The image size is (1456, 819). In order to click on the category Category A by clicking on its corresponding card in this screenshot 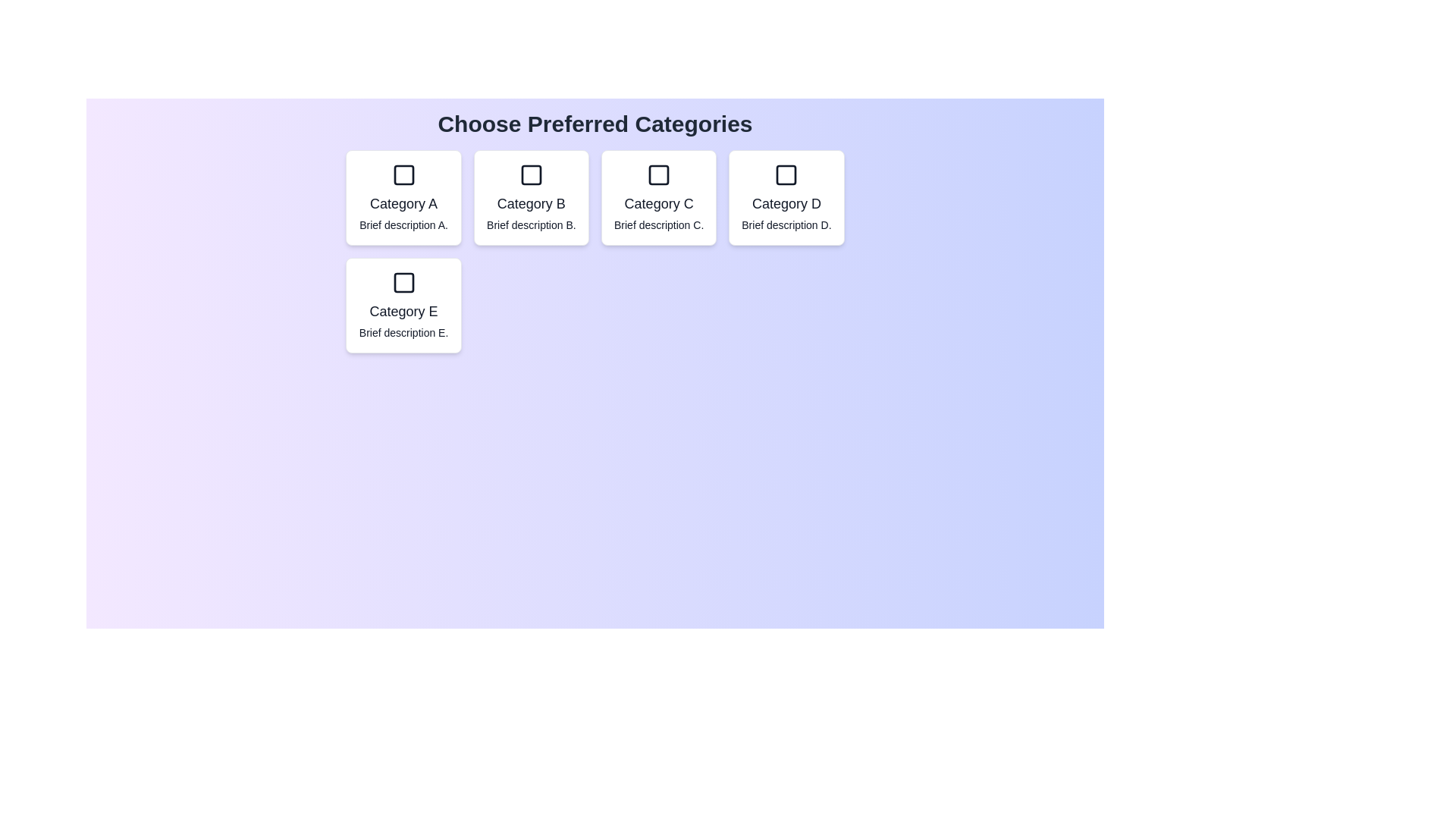, I will do `click(403, 197)`.